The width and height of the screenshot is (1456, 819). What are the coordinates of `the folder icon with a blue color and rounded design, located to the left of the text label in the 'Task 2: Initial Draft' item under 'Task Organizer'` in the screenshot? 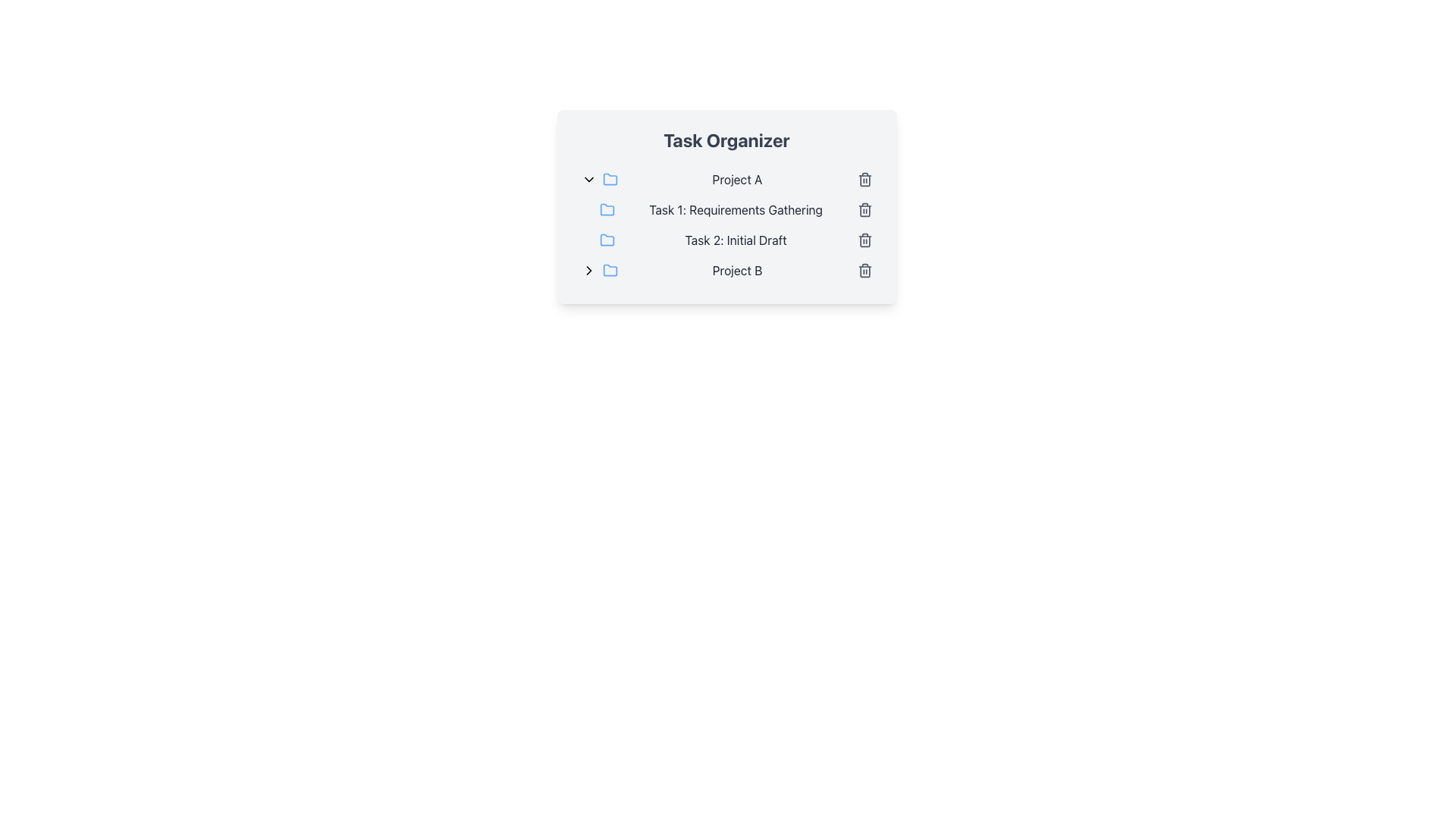 It's located at (607, 239).